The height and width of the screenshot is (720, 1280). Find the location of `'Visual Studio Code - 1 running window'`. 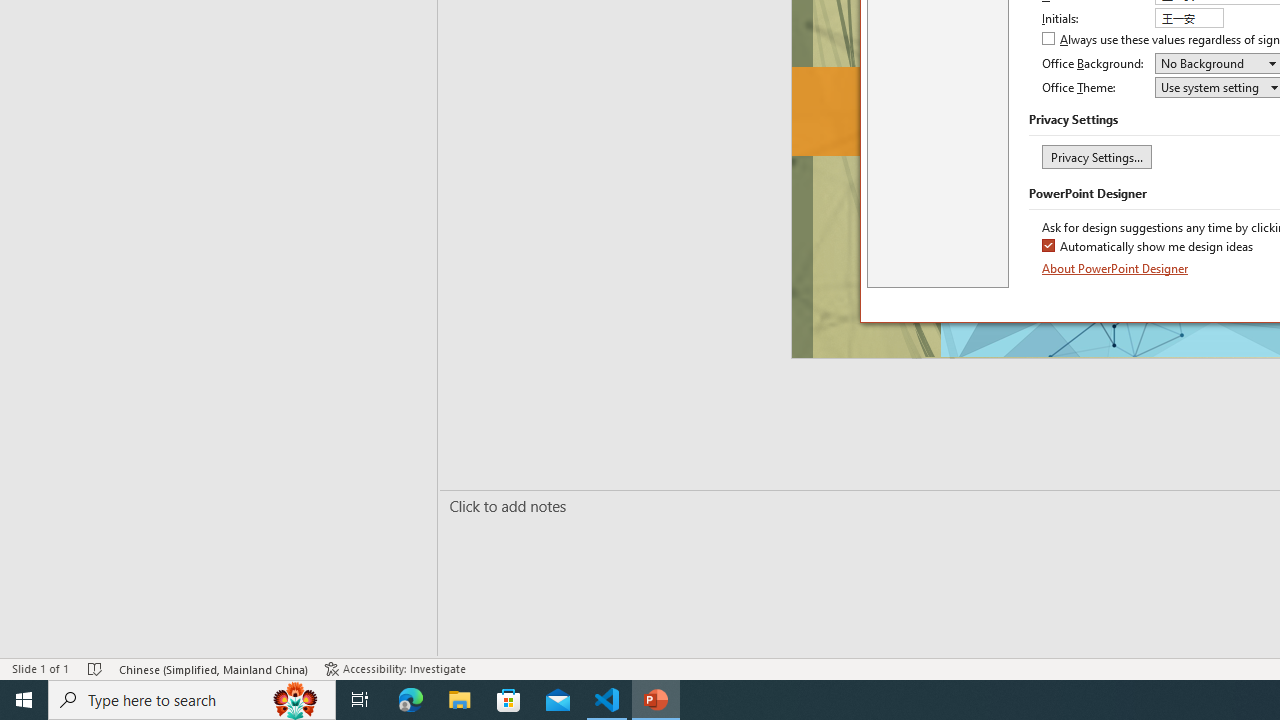

'Visual Studio Code - 1 running window' is located at coordinates (606, 698).